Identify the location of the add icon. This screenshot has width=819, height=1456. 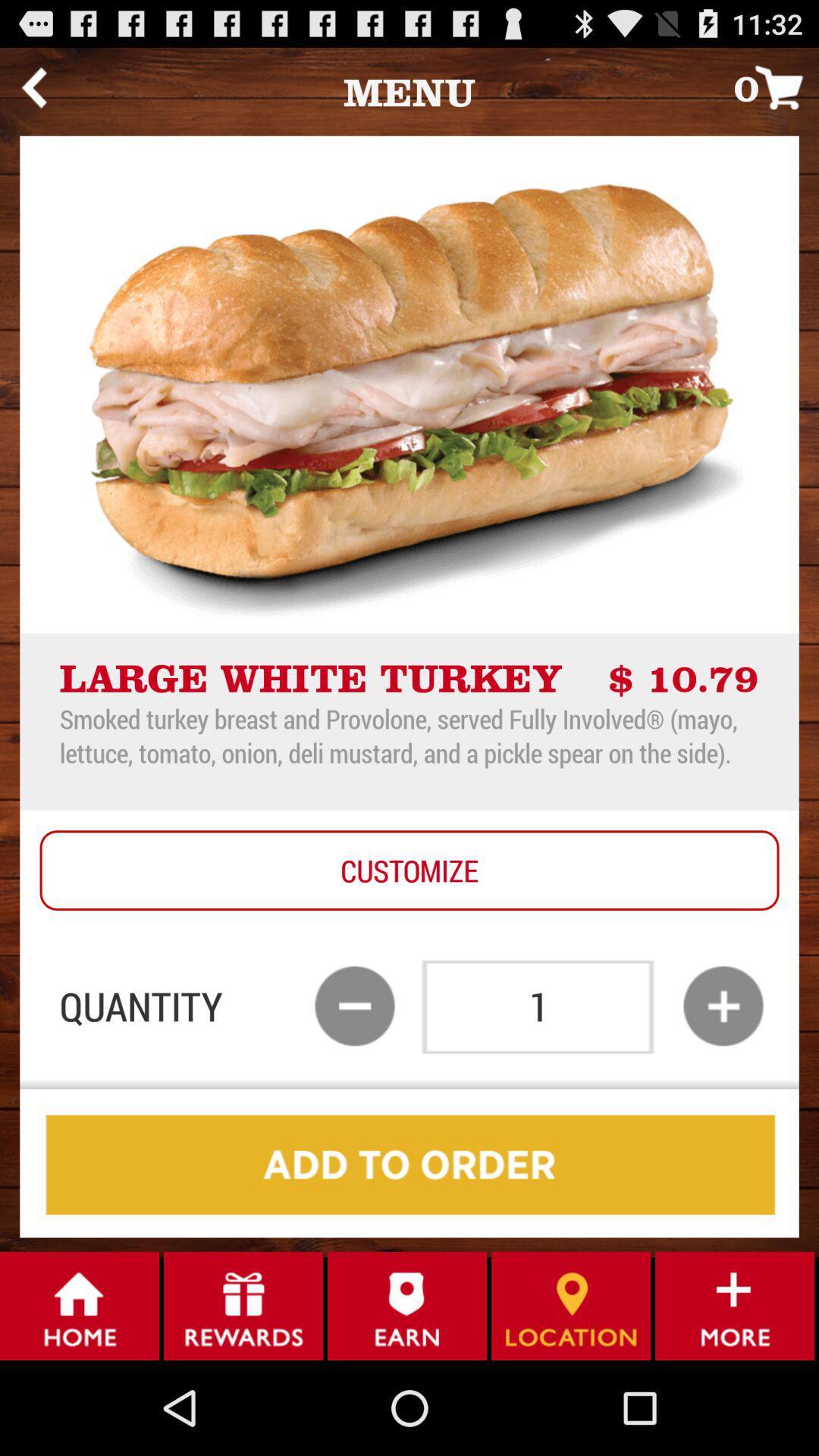
(722, 1075).